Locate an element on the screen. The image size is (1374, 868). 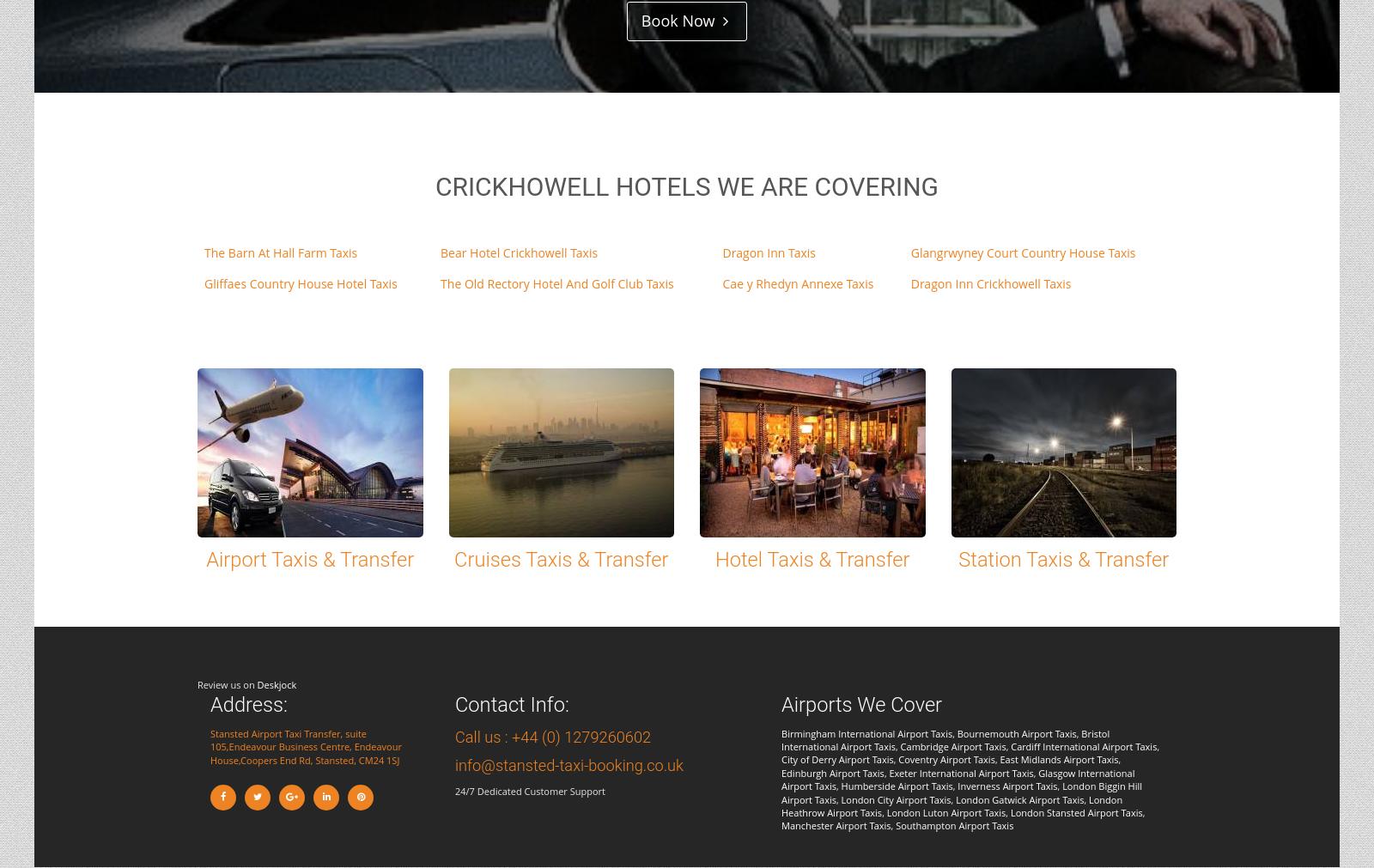
'Birmingham International Airport Taxis' is located at coordinates (866, 732).